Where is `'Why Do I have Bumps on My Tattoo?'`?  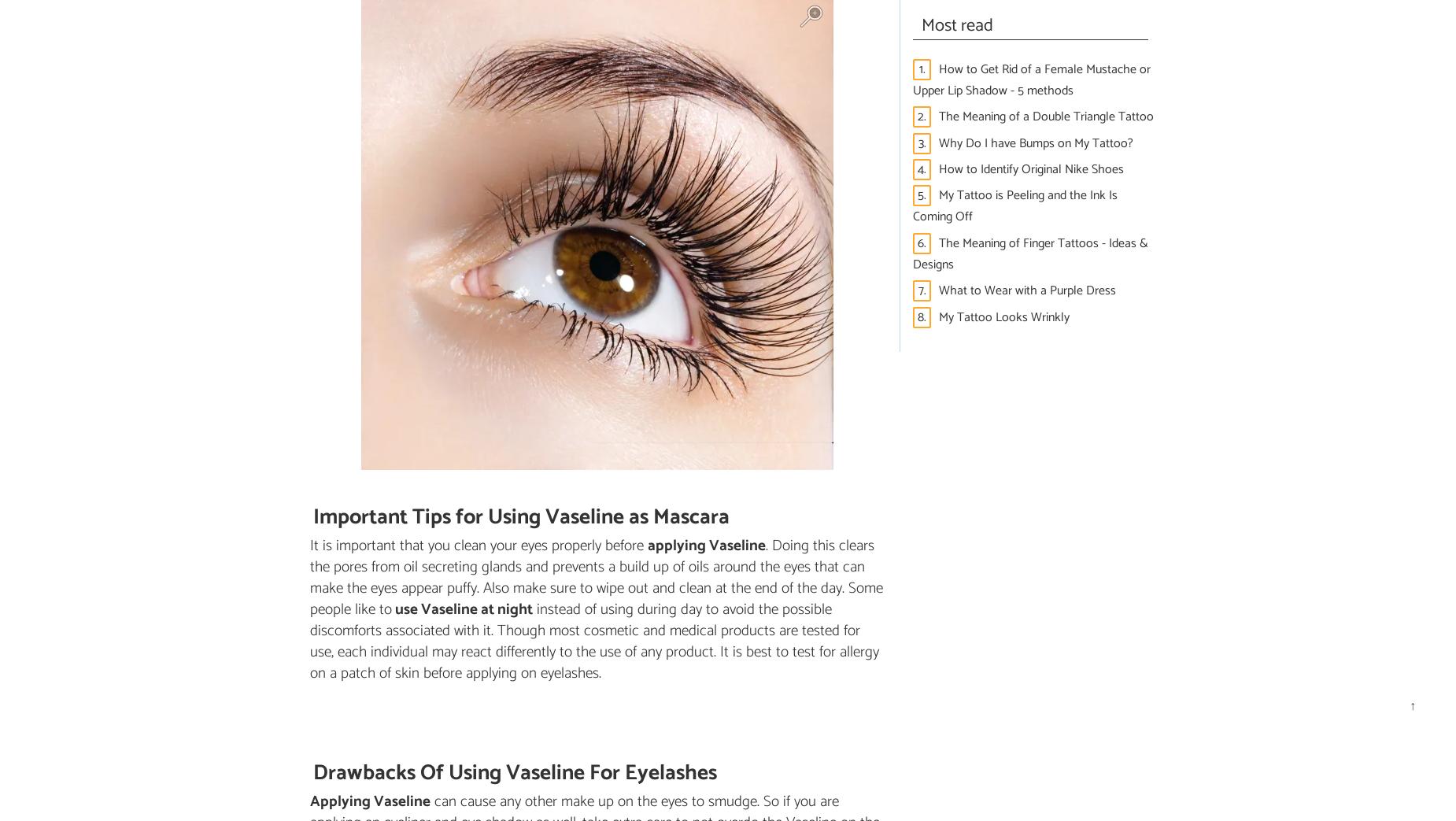 'Why Do I have Bumps on My Tattoo?' is located at coordinates (1035, 142).